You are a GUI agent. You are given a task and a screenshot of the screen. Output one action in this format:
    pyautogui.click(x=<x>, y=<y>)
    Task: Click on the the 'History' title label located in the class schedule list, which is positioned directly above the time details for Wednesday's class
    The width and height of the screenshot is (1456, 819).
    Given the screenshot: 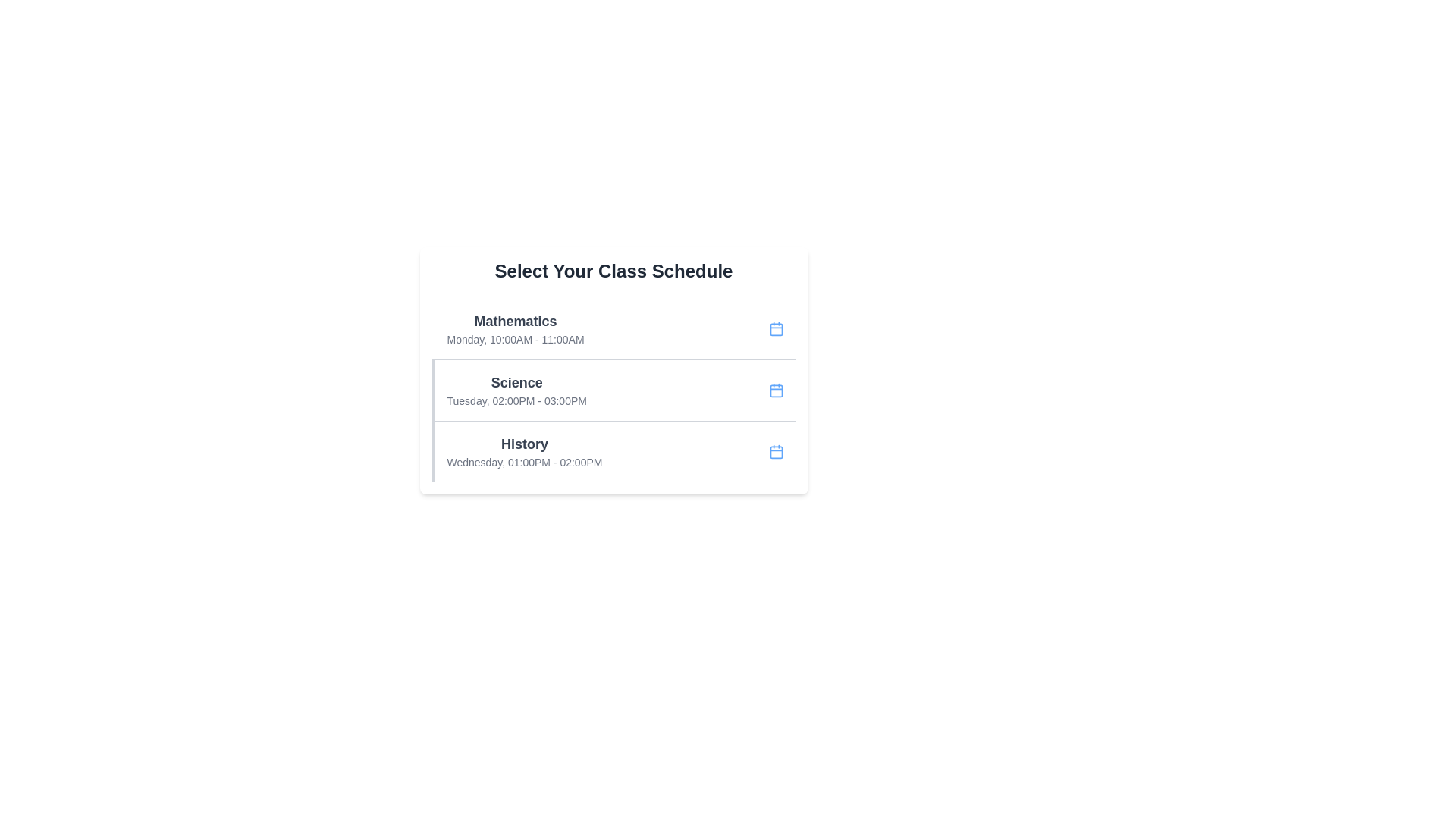 What is the action you would take?
    pyautogui.click(x=524, y=444)
    